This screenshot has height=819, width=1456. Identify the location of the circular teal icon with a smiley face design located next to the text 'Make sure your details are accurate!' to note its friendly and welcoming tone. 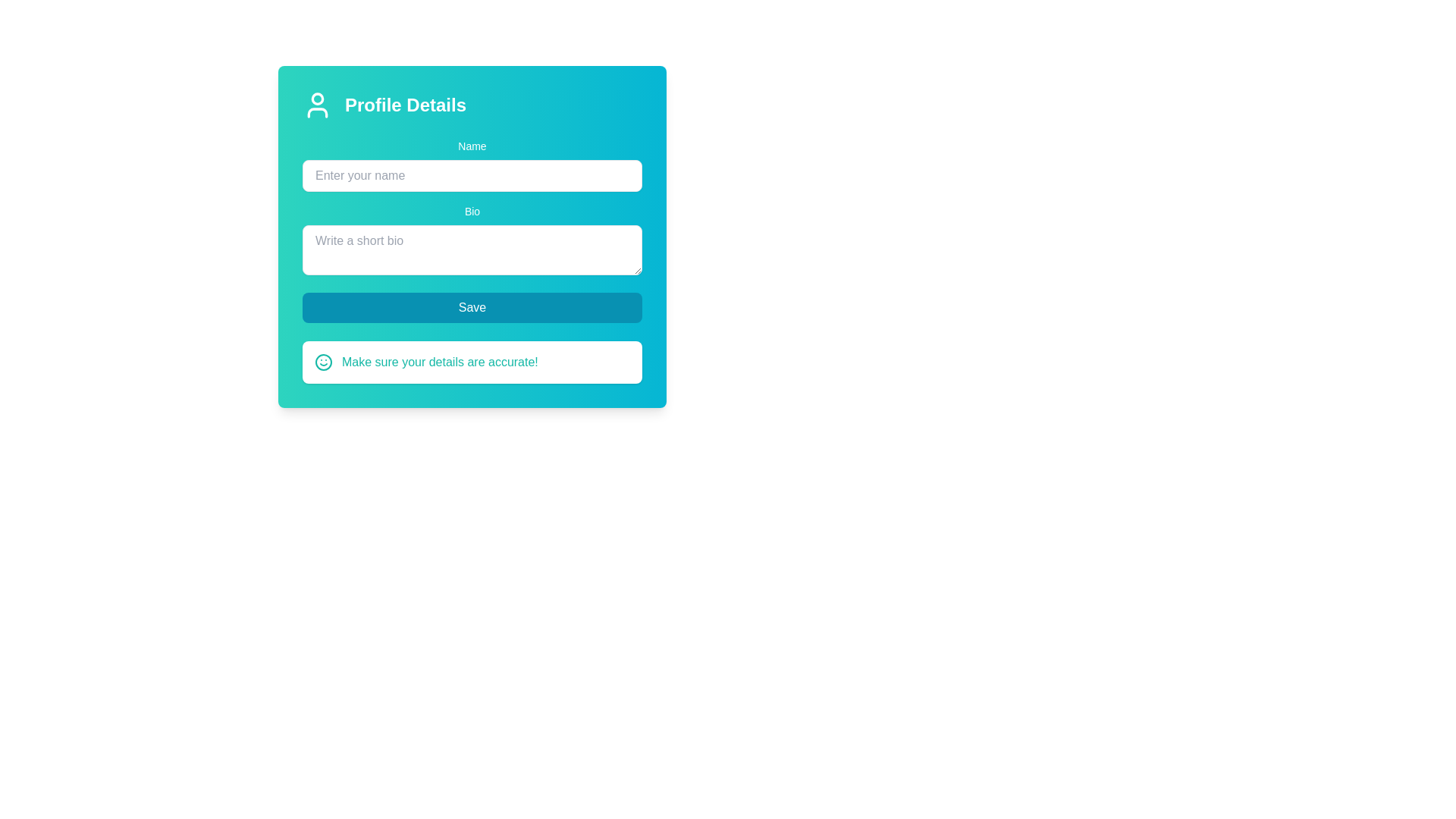
(323, 362).